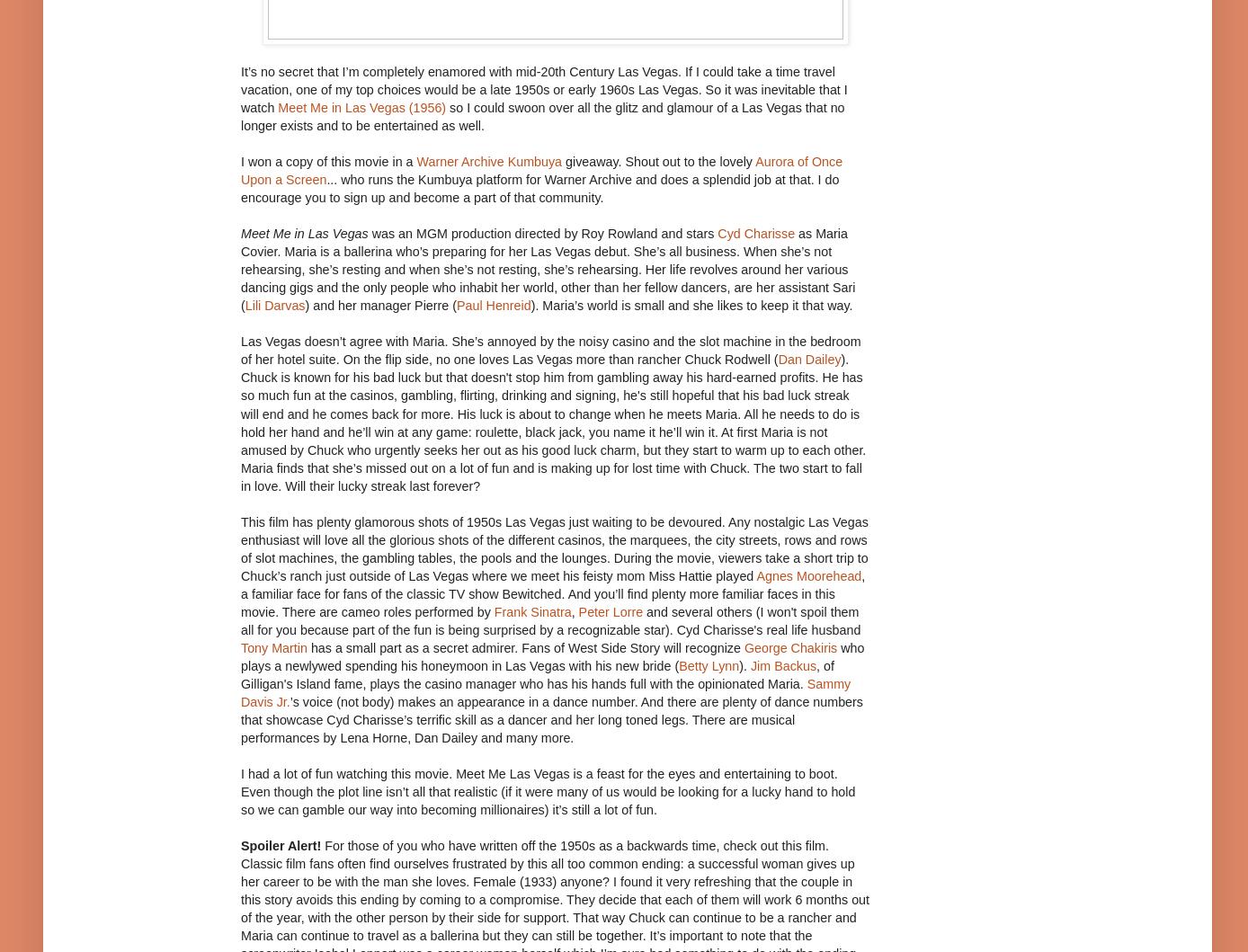 This screenshot has height=952, width=1248. Describe the element at coordinates (416, 161) in the screenshot. I see `'Warner Archive Kumbuya'` at that location.